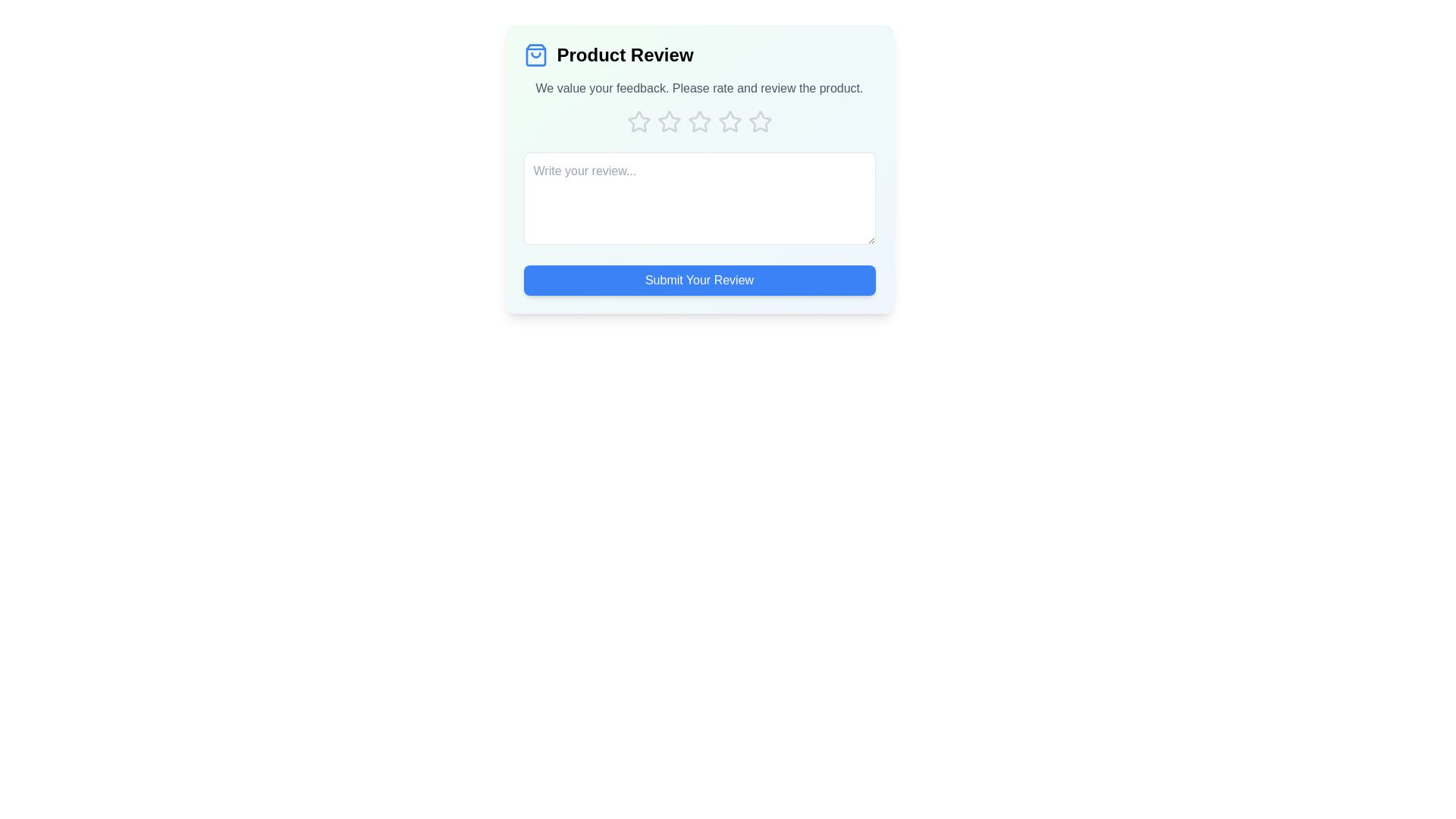  What do you see at coordinates (639, 121) in the screenshot?
I see `the first star-shaped rating icon with a hollow center, styled in gray, located within the product review modal` at bounding box center [639, 121].